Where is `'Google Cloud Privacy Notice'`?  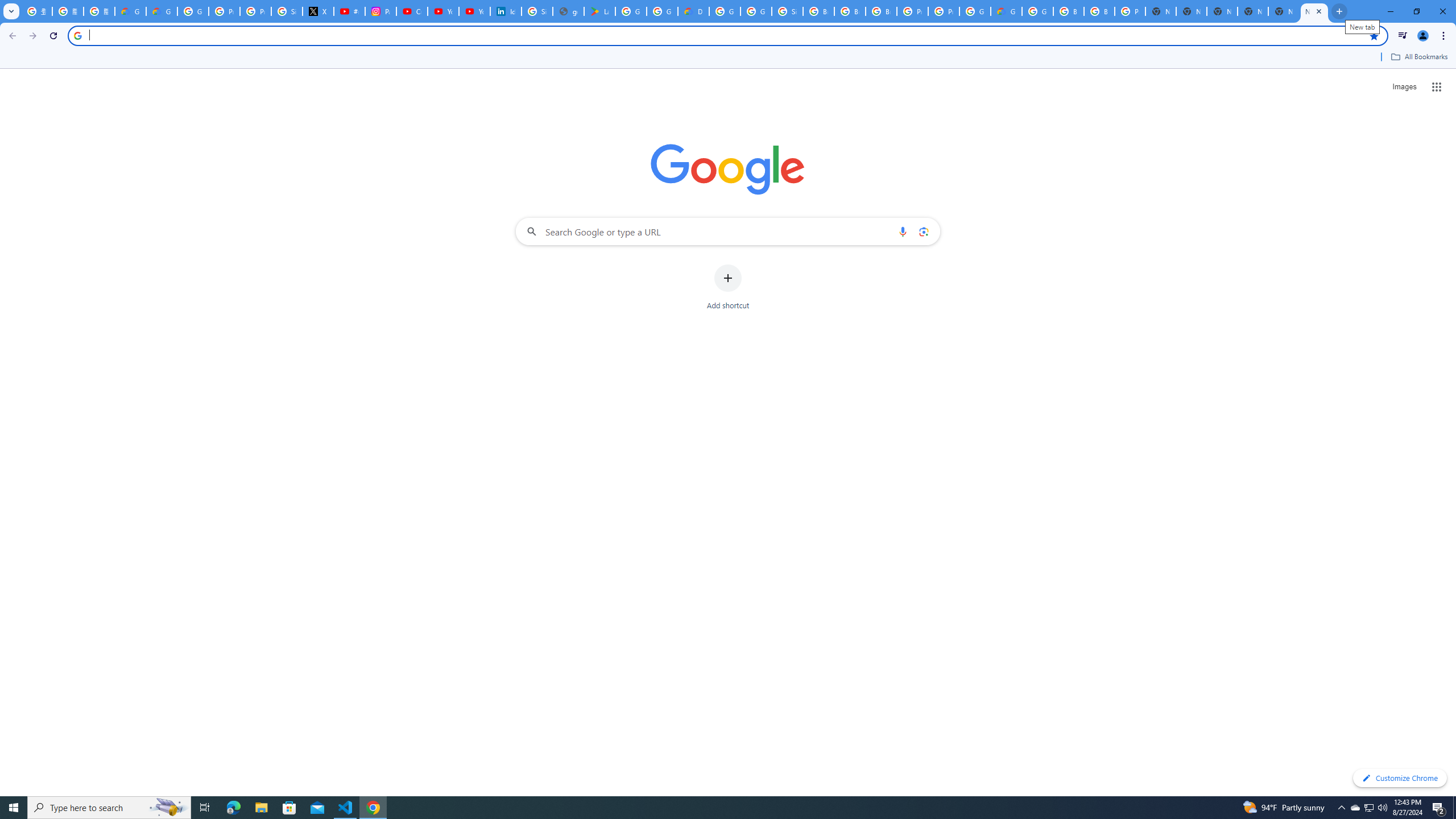
'Google Cloud Privacy Notice' is located at coordinates (162, 11).